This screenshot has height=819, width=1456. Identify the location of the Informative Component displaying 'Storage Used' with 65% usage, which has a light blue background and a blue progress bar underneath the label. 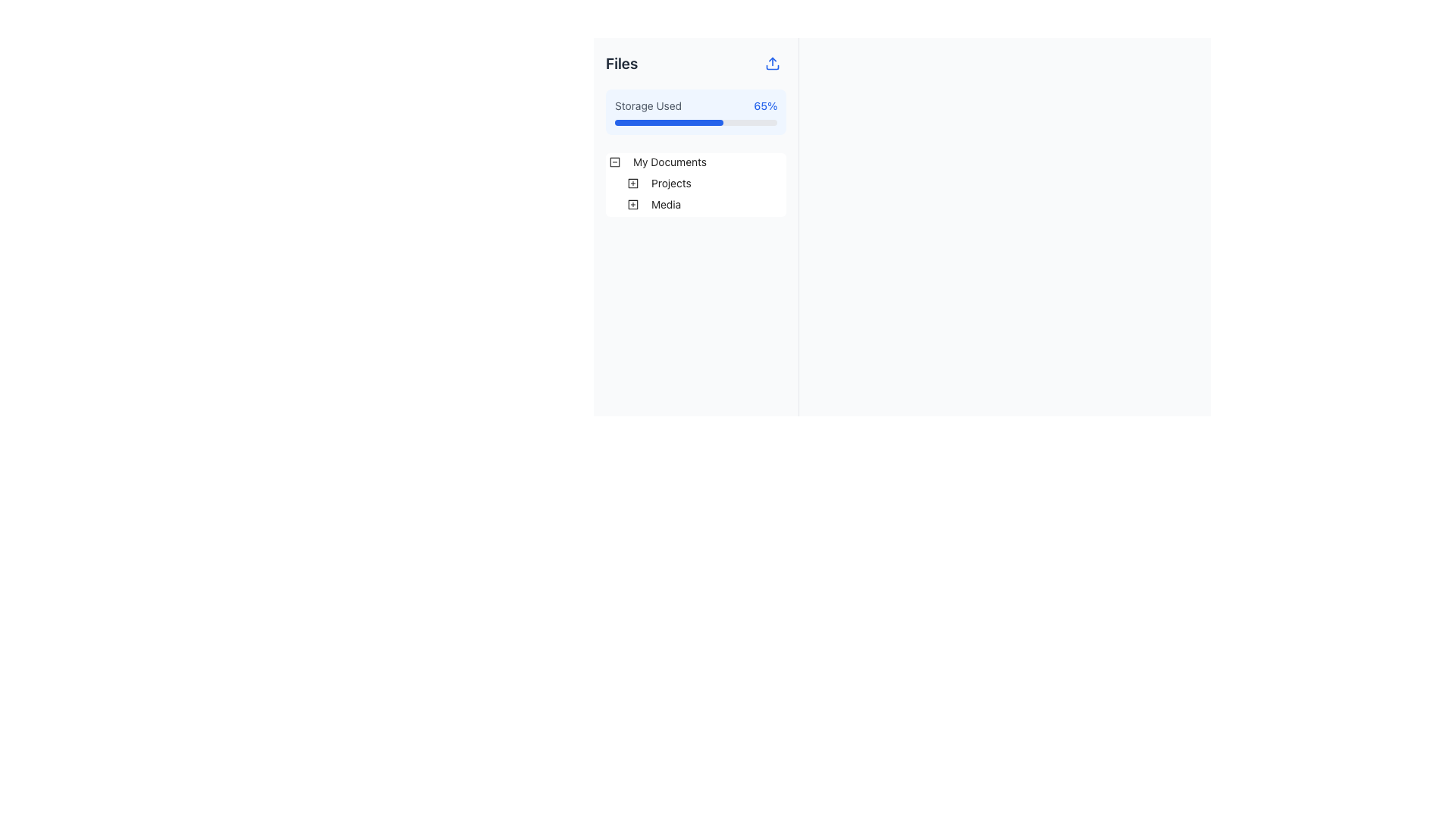
(695, 111).